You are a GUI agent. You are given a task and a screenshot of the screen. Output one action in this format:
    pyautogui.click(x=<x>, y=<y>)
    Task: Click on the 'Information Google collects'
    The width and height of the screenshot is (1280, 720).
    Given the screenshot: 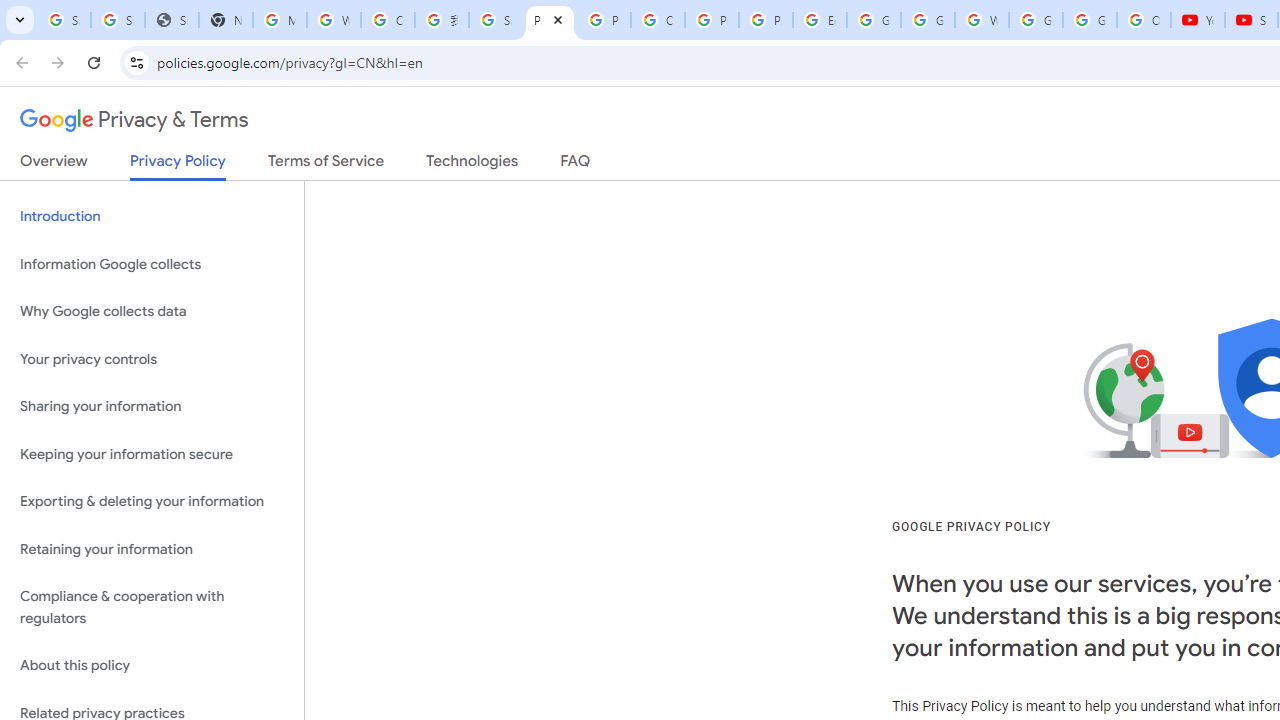 What is the action you would take?
    pyautogui.click(x=151, y=263)
    